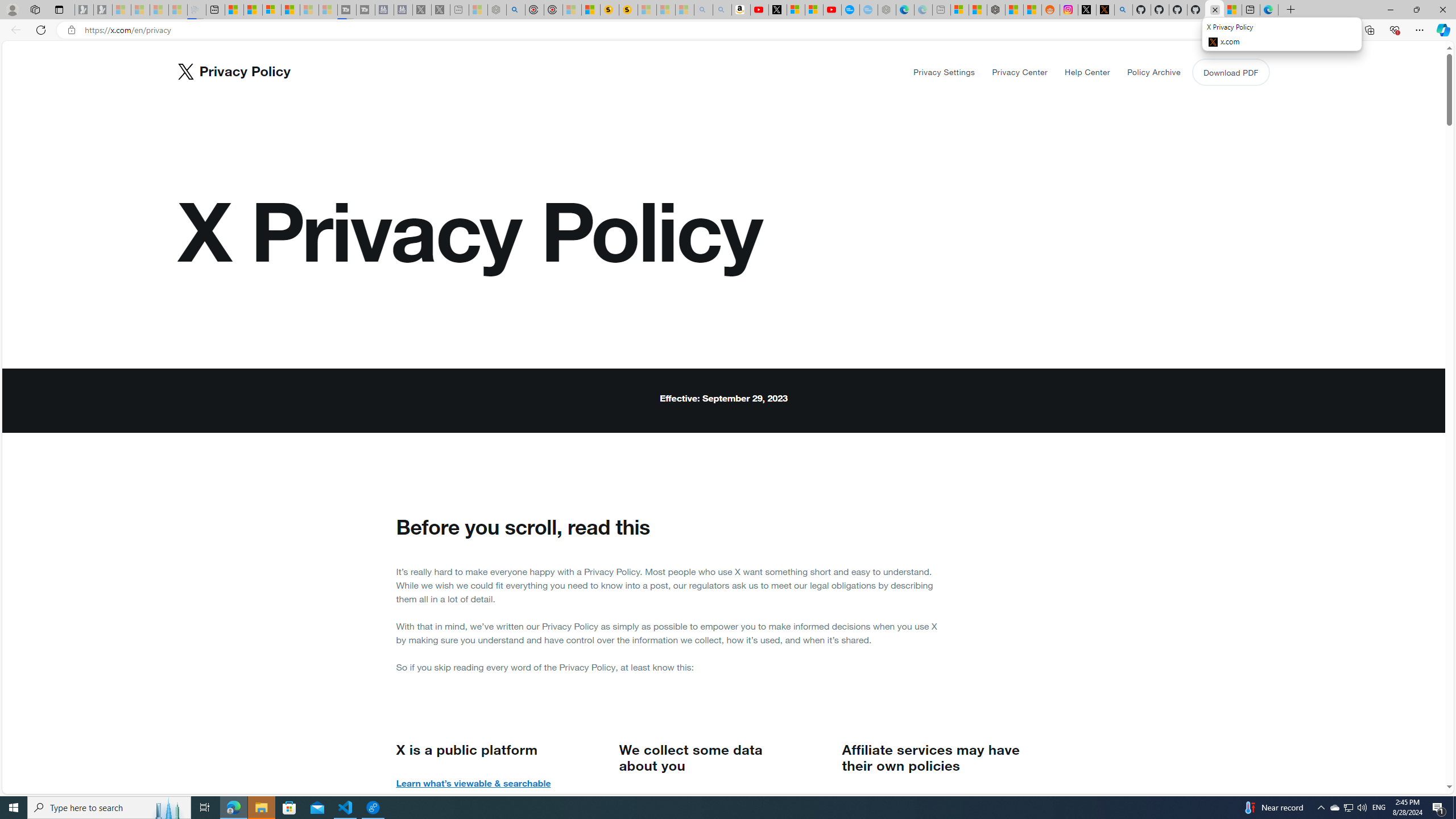  I want to click on 'github - Search', so click(1123, 9).